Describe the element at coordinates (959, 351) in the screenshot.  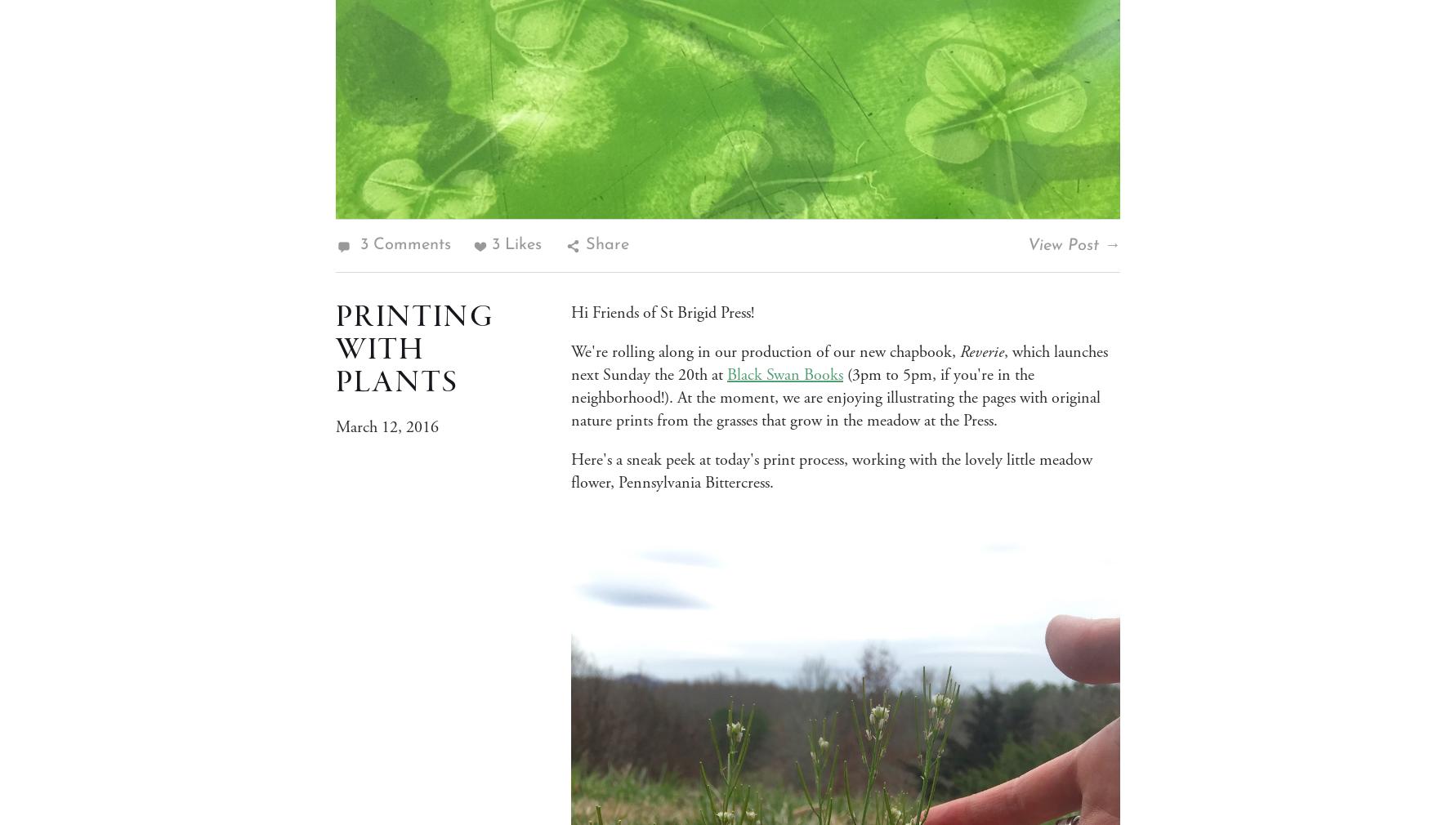
I see `'Reverie'` at that location.